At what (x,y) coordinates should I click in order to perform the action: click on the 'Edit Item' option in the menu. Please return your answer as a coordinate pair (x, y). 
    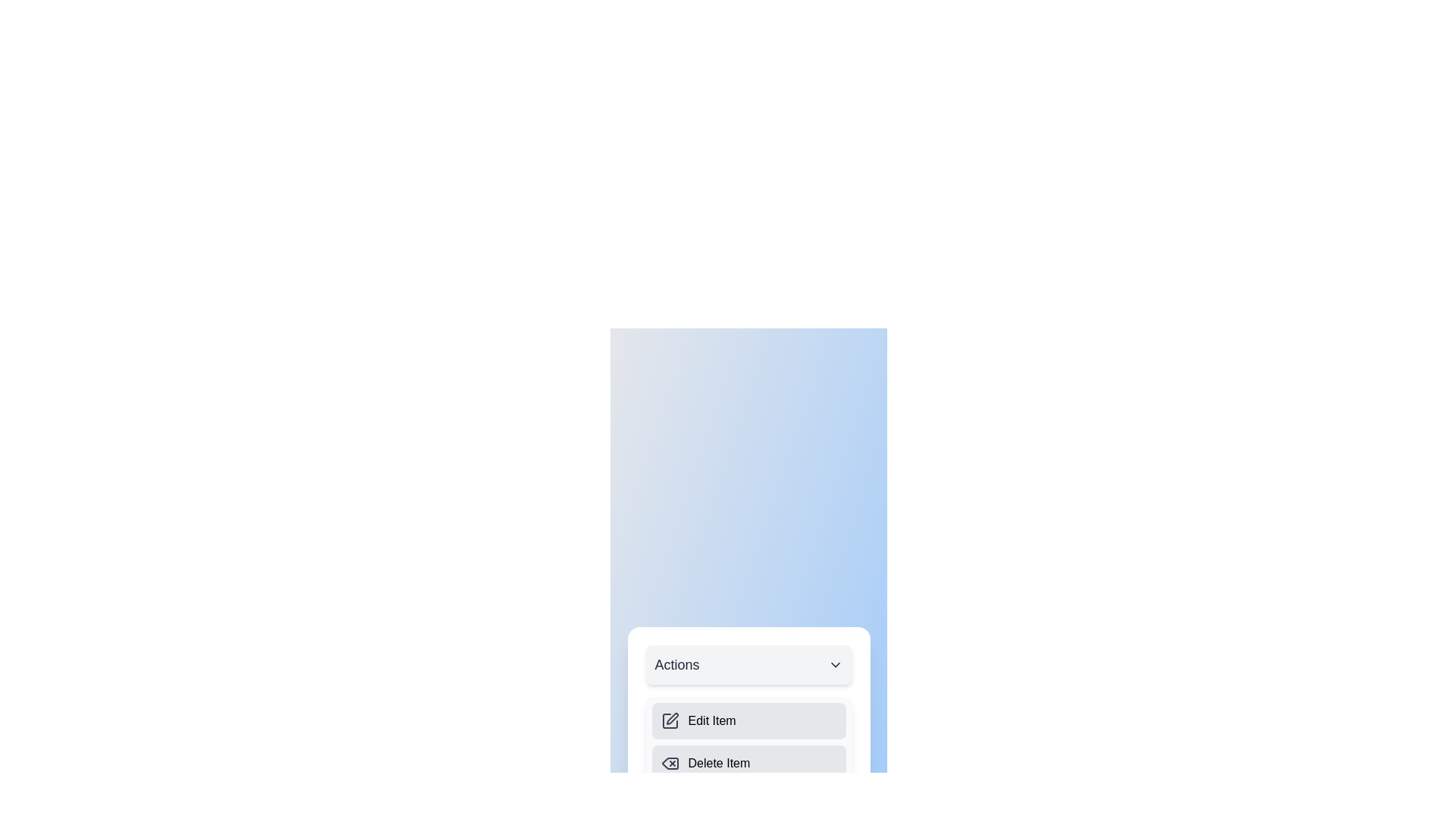
    Looking at the image, I should click on (748, 720).